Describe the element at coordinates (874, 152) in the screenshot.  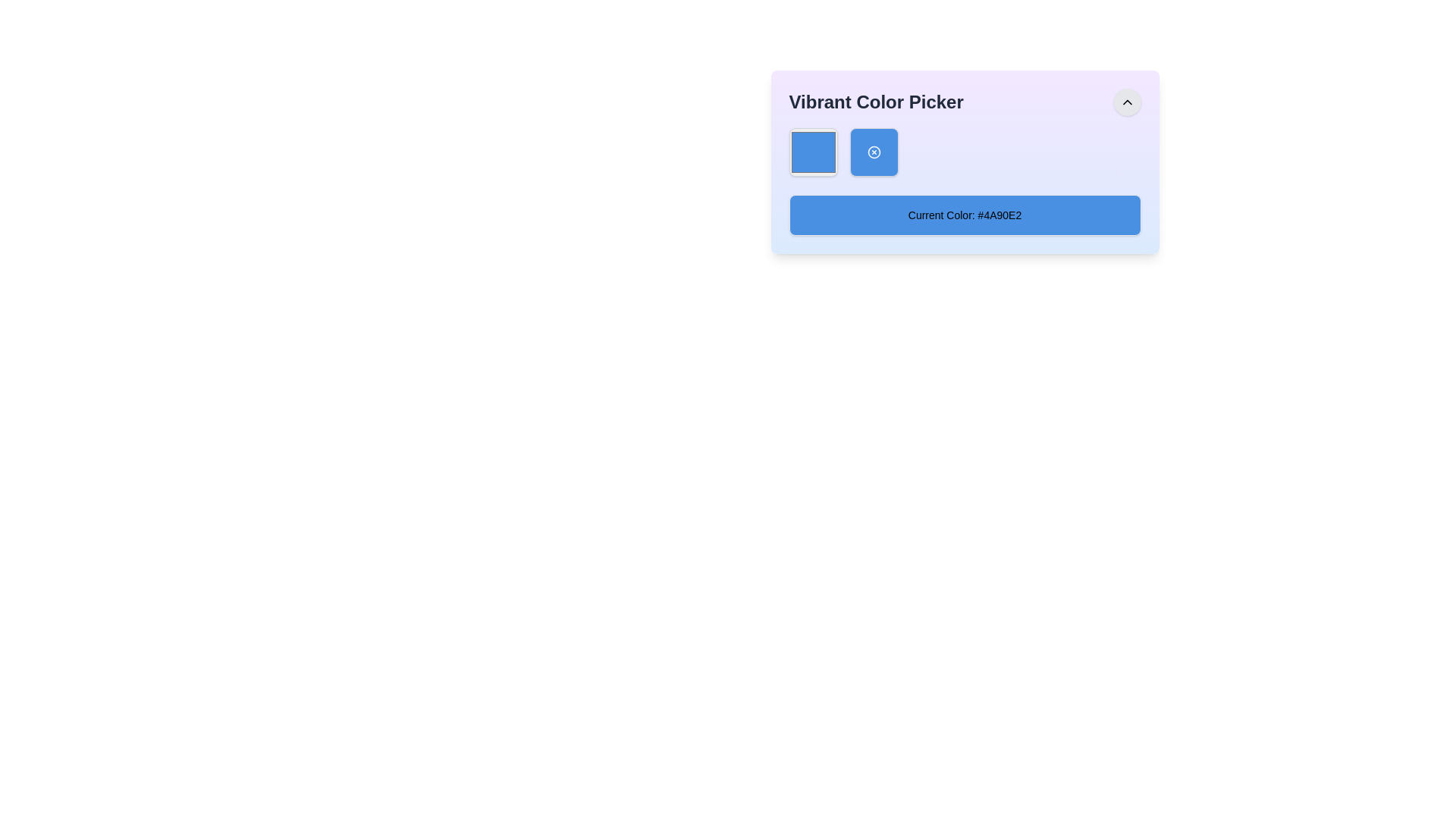
I see `the color selection button` at that location.